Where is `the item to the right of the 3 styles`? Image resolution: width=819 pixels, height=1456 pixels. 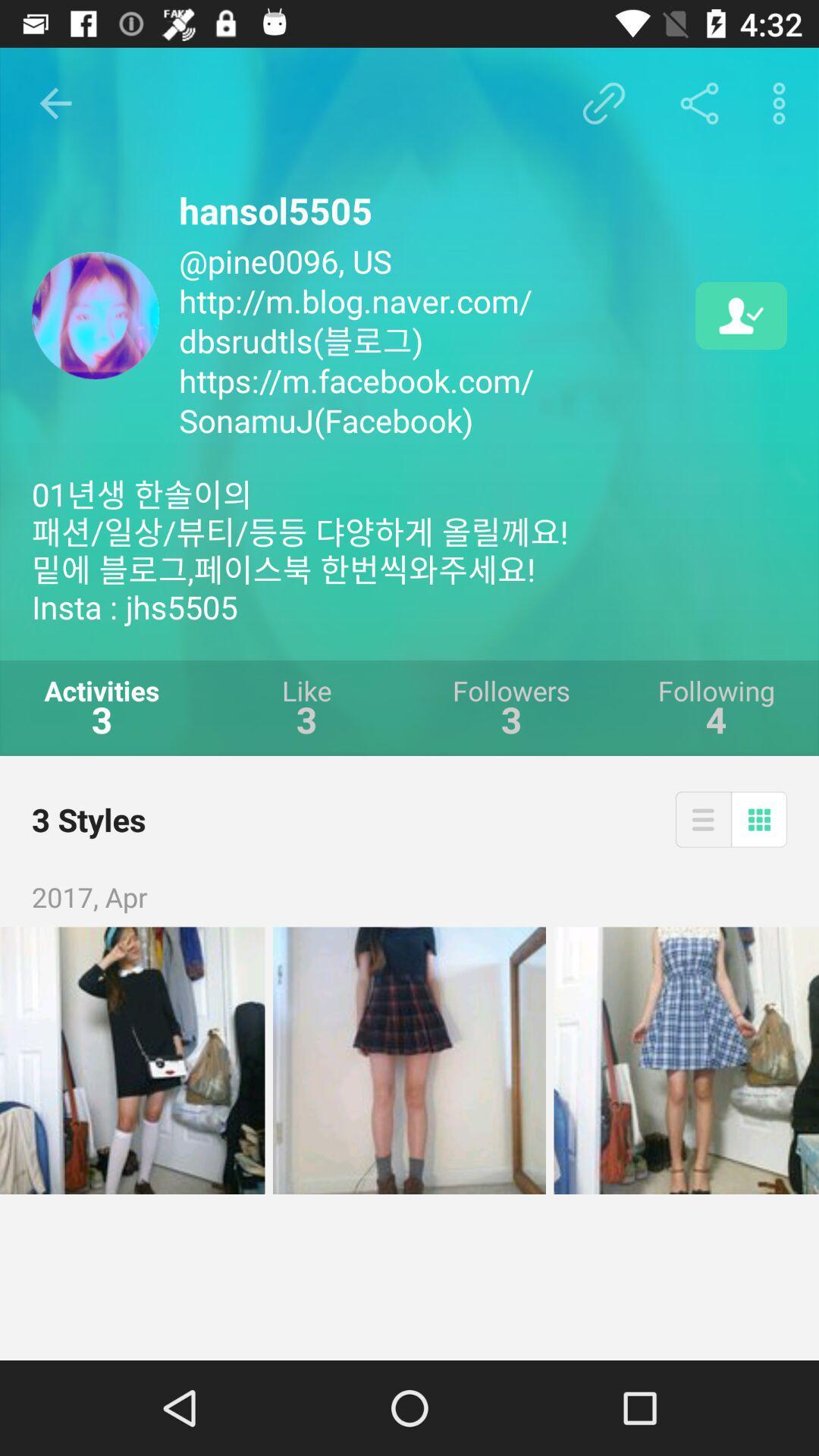
the item to the right of the 3 styles is located at coordinates (703, 818).